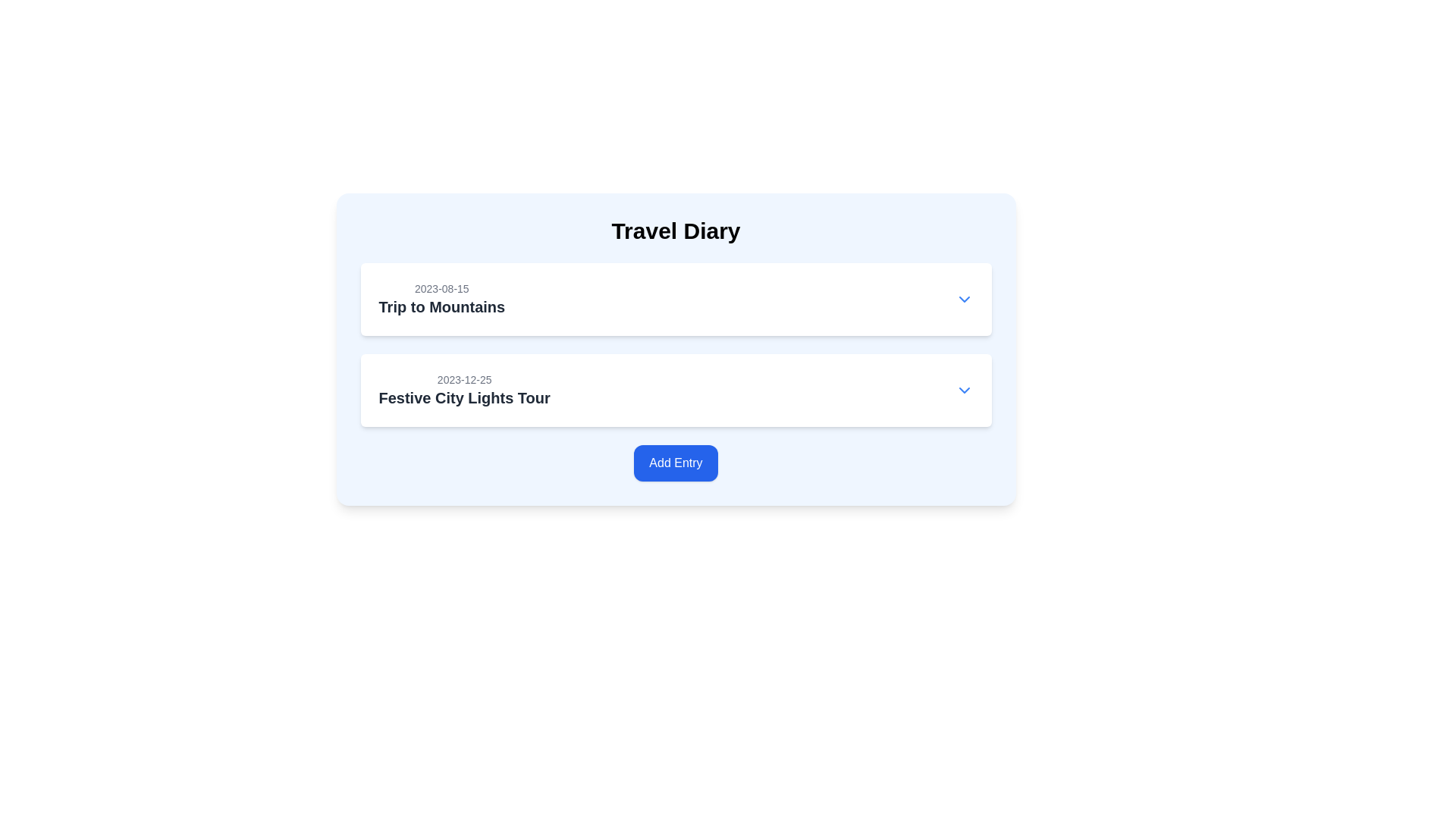 The image size is (1456, 819). I want to click on the dropdown toggle button located at the rightmost end of the row following the title 'Festive City Lights Tour', so click(963, 390).